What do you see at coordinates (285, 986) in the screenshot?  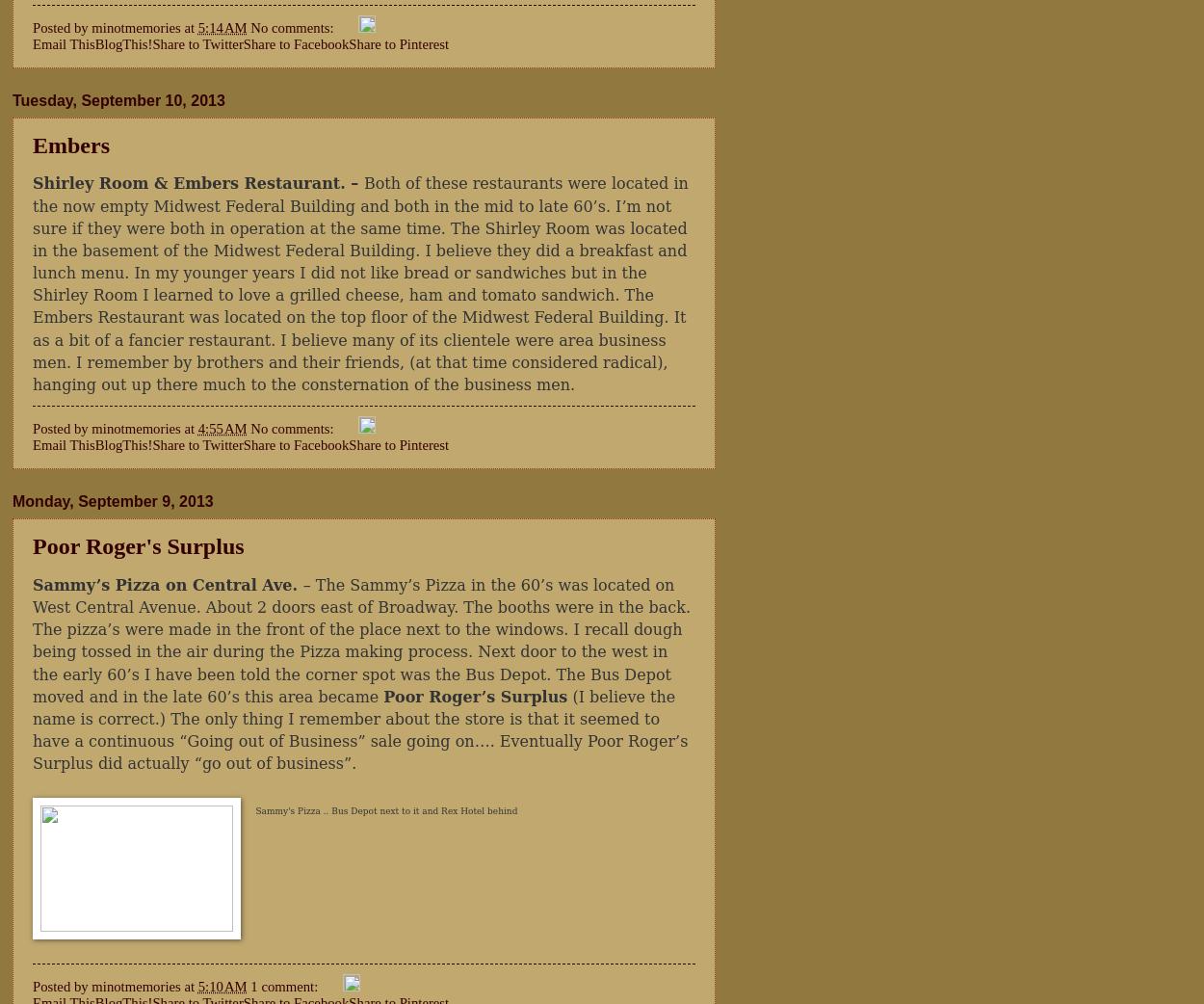 I see `'1 comment:'` at bounding box center [285, 986].